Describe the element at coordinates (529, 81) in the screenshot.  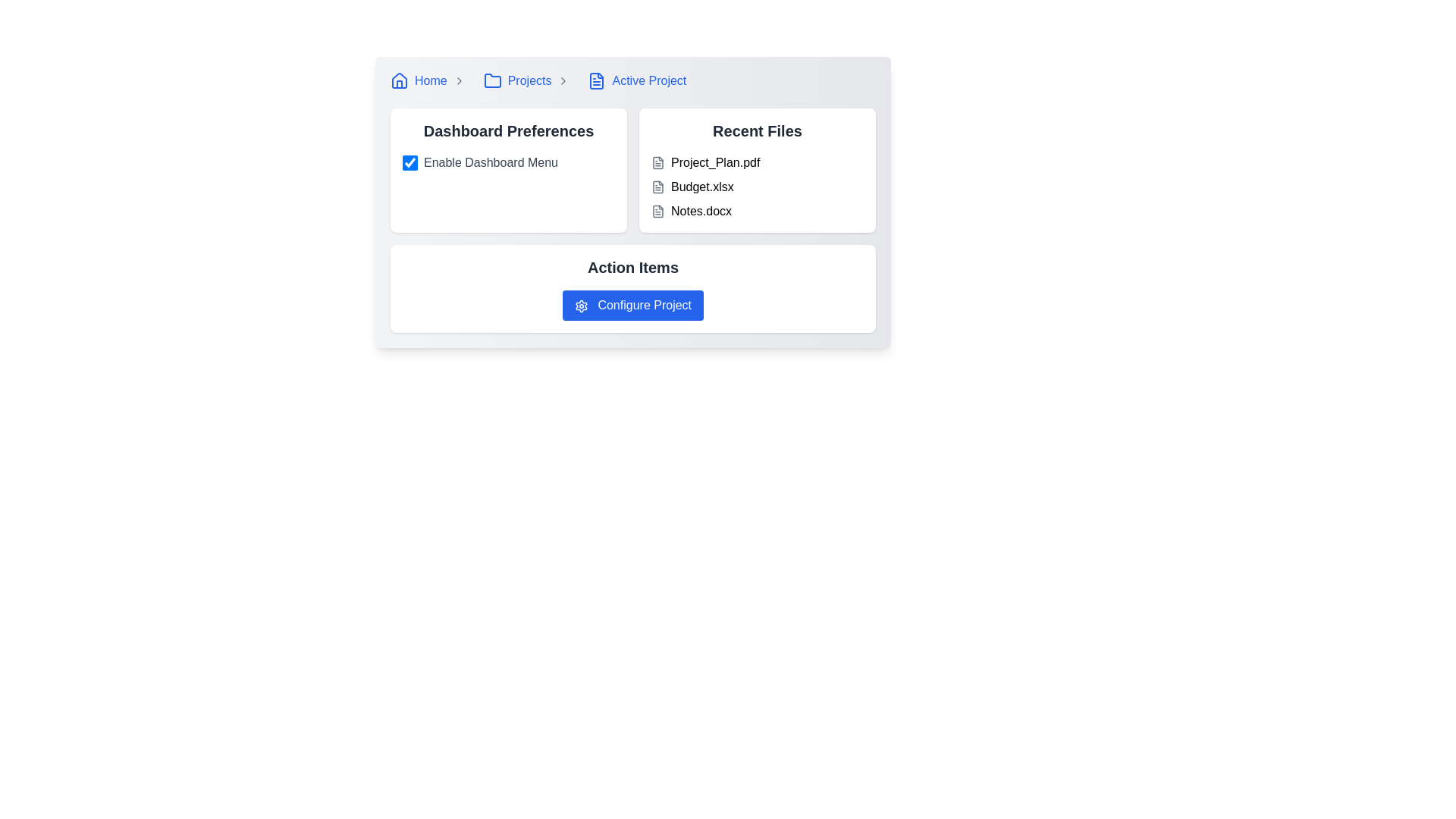
I see `the 'Projects' text label in the breadcrumb navigation bar, which is styled in blue and displays the word 'Projects' in medium font, located next to a folder icon and followed by a chevron and 'Active Project'` at that location.